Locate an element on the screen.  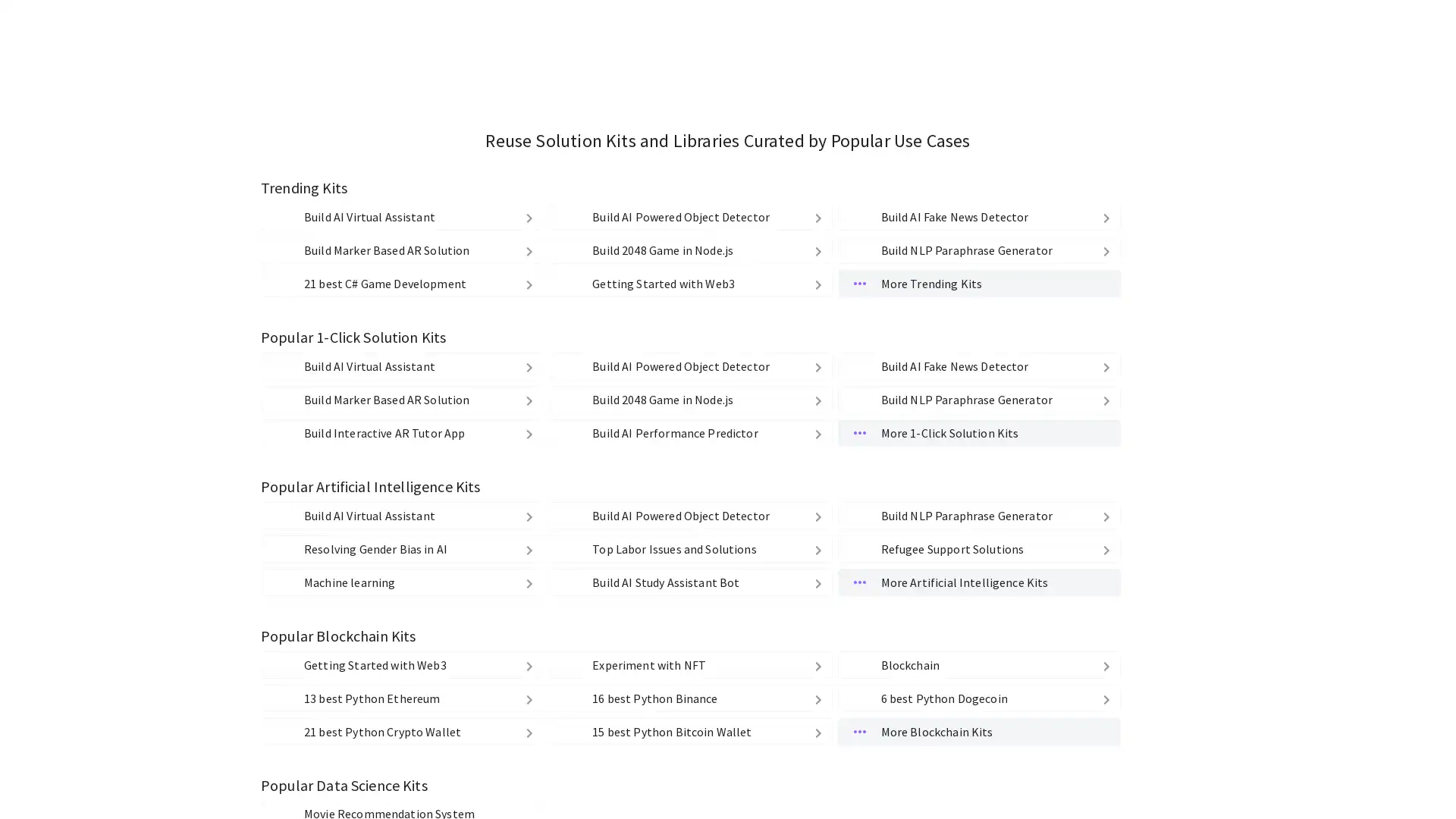
delete is located at coordinates (817, 665).